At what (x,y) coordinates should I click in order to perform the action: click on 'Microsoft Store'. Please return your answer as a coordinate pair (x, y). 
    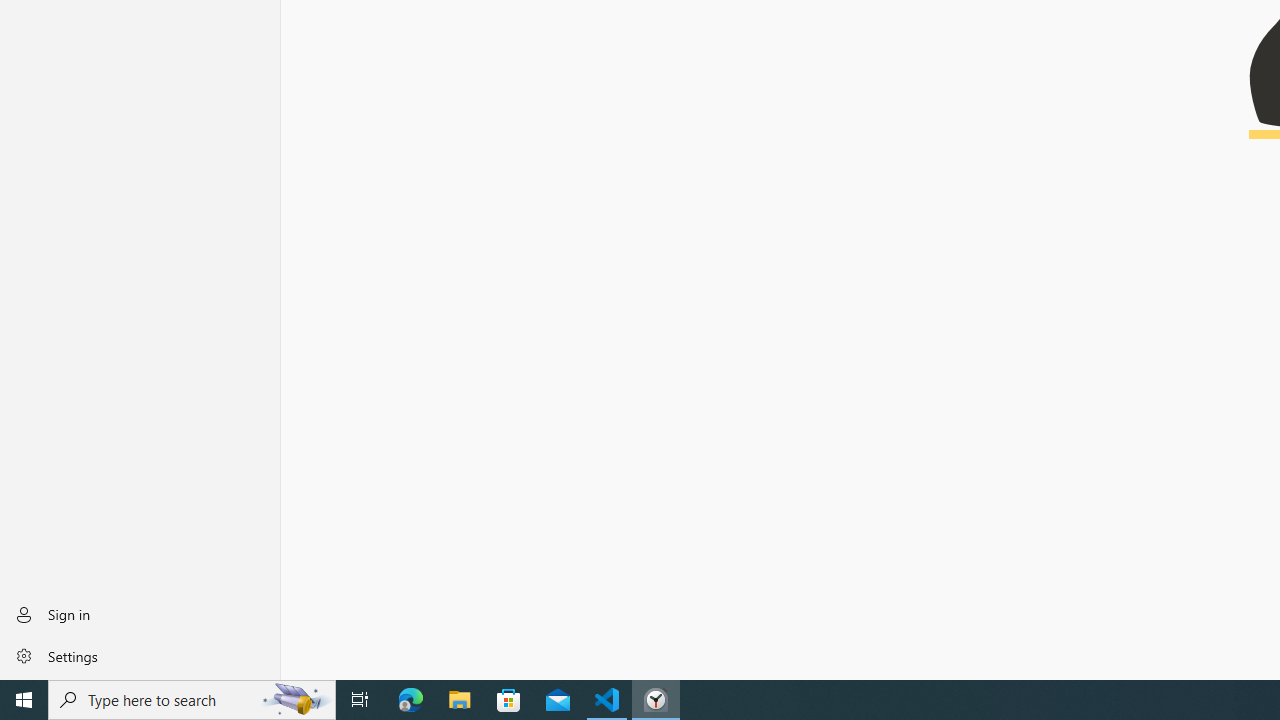
    Looking at the image, I should click on (509, 698).